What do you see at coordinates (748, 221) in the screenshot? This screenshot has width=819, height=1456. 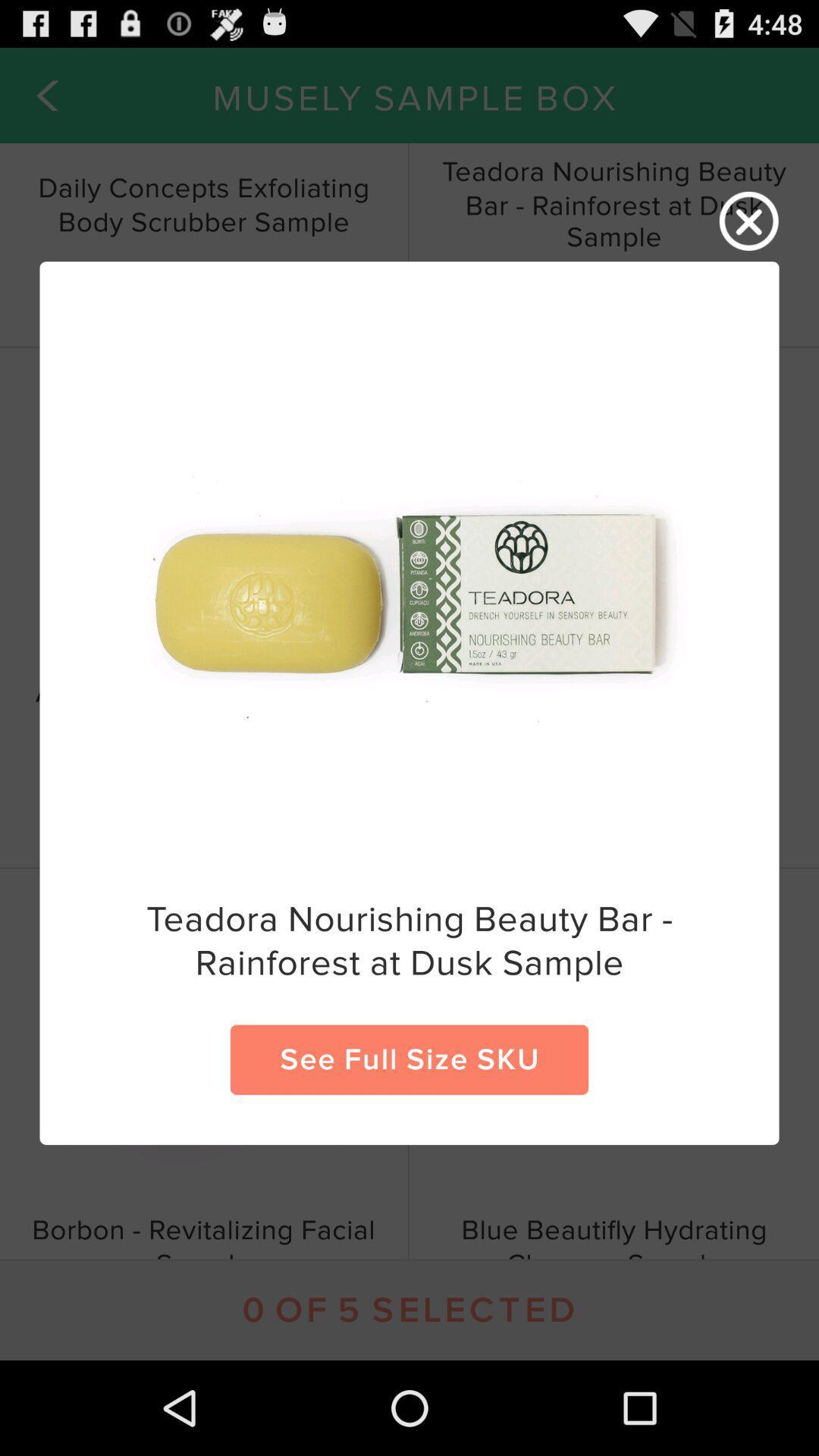 I see `the item above teadora nourishing beauty icon` at bounding box center [748, 221].